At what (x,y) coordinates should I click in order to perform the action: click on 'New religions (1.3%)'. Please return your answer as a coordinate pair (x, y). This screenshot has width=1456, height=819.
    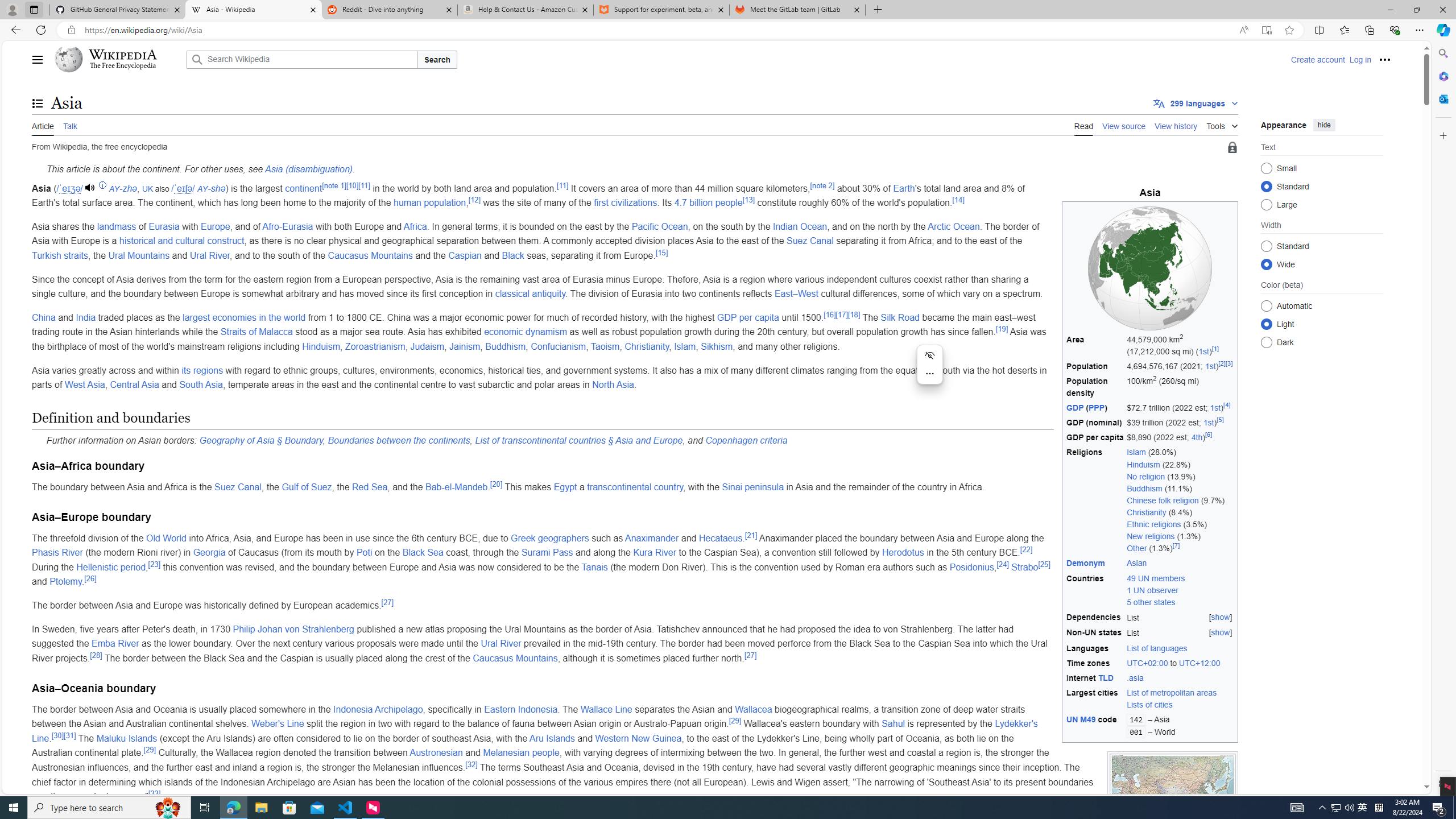
    Looking at the image, I should click on (1180, 536).